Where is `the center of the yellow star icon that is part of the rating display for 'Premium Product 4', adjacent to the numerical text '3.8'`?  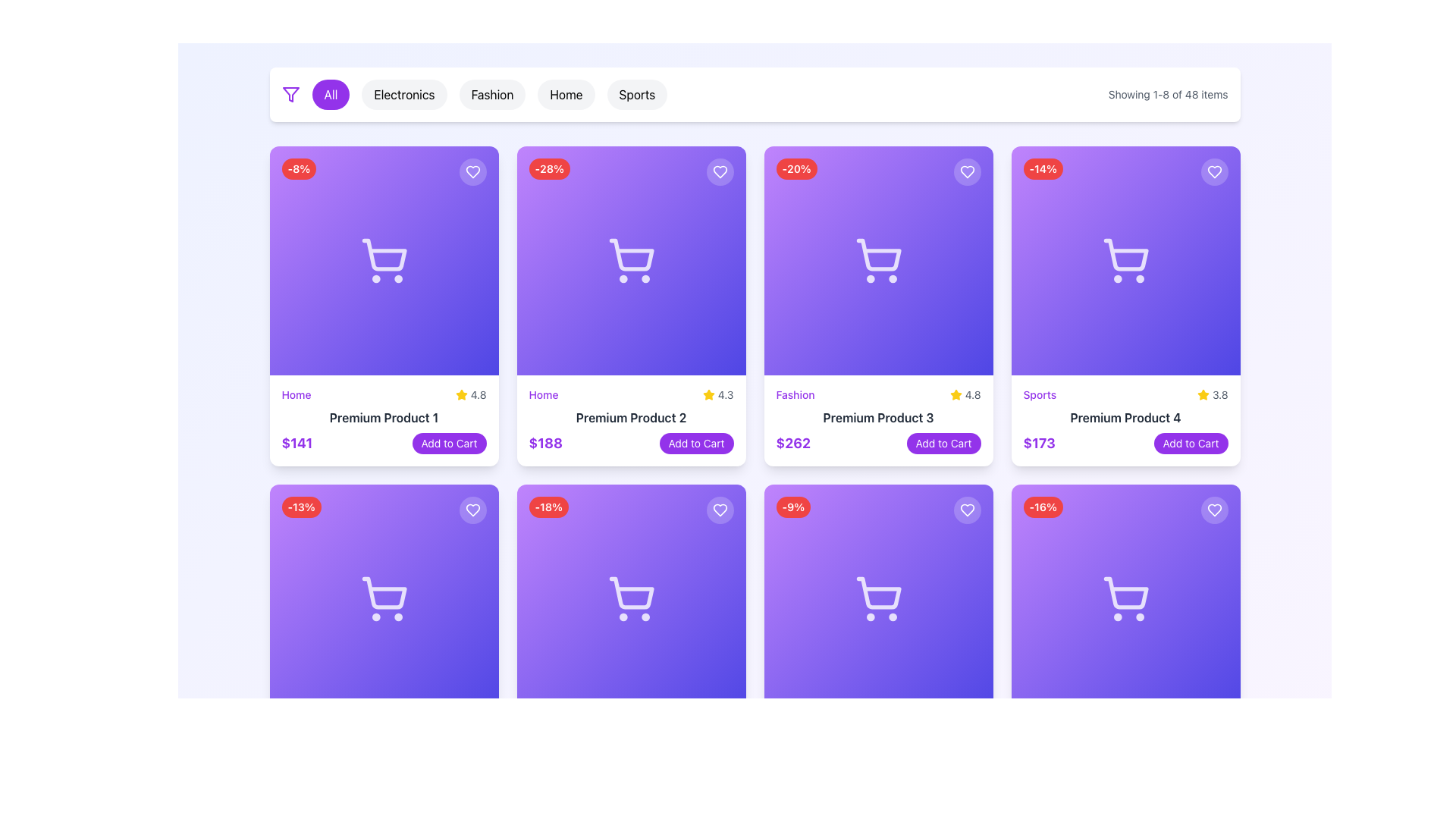 the center of the yellow star icon that is part of the rating display for 'Premium Product 4', adjacent to the numerical text '3.8' is located at coordinates (1203, 394).